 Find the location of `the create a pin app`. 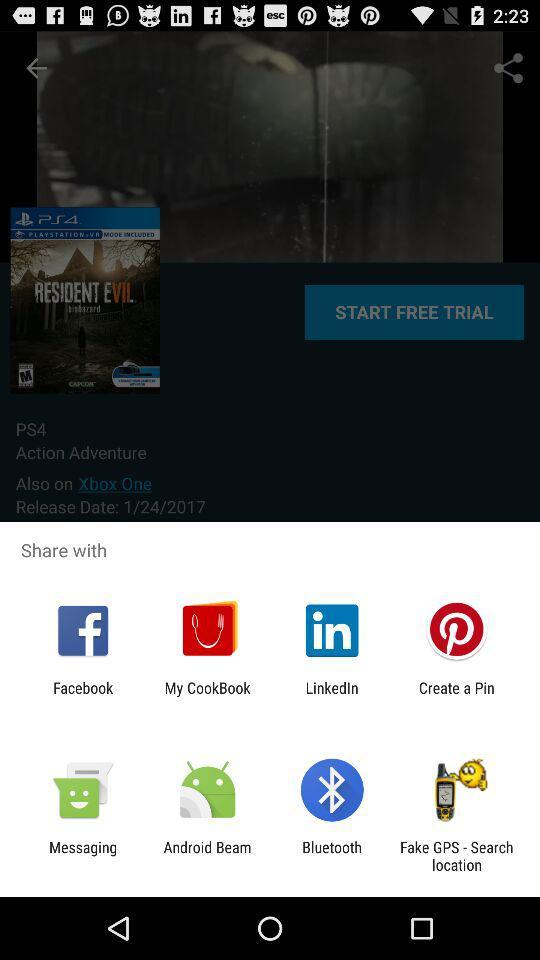

the create a pin app is located at coordinates (456, 696).